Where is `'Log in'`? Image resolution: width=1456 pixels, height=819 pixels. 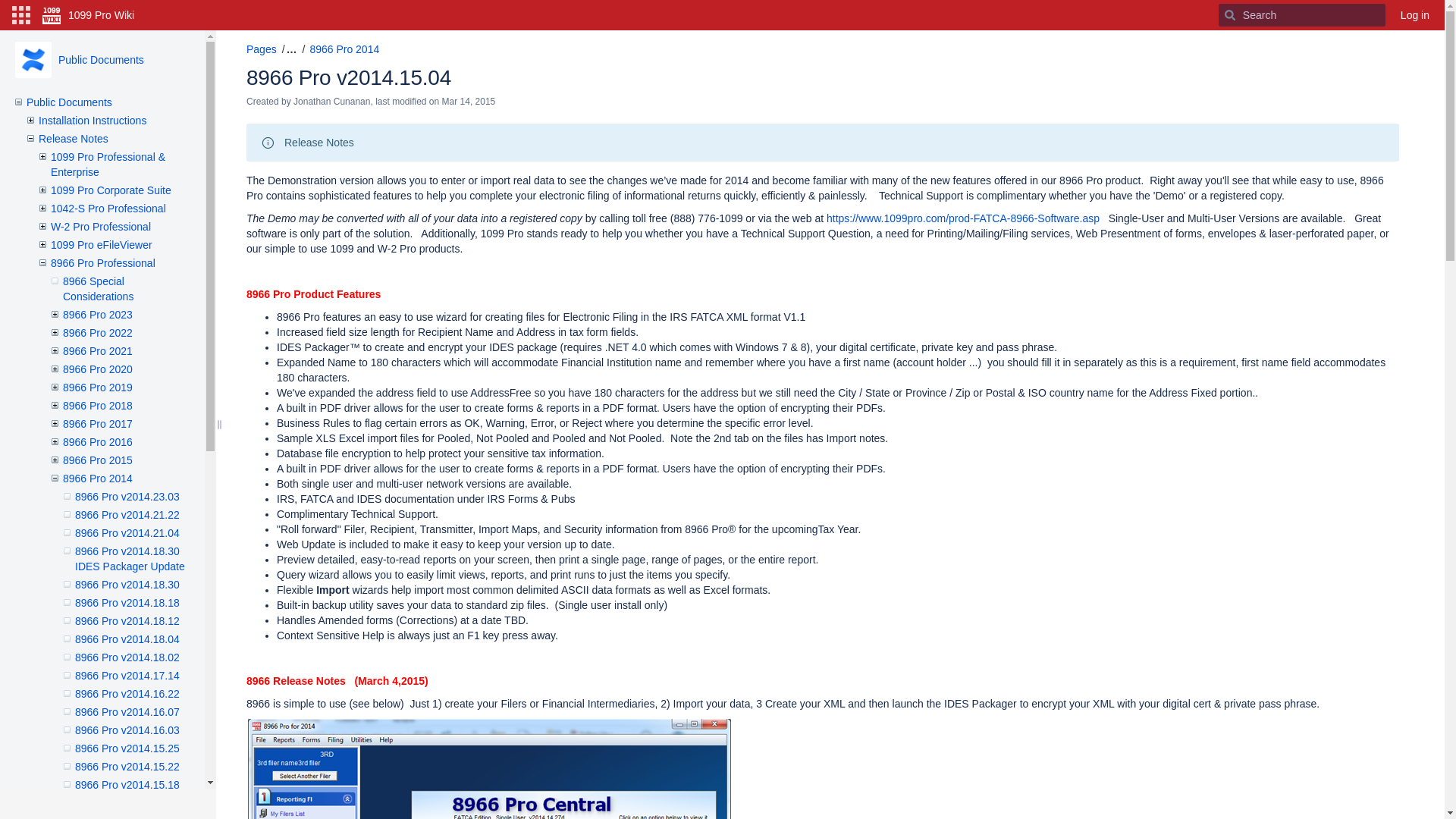 'Log in' is located at coordinates (1414, 14).